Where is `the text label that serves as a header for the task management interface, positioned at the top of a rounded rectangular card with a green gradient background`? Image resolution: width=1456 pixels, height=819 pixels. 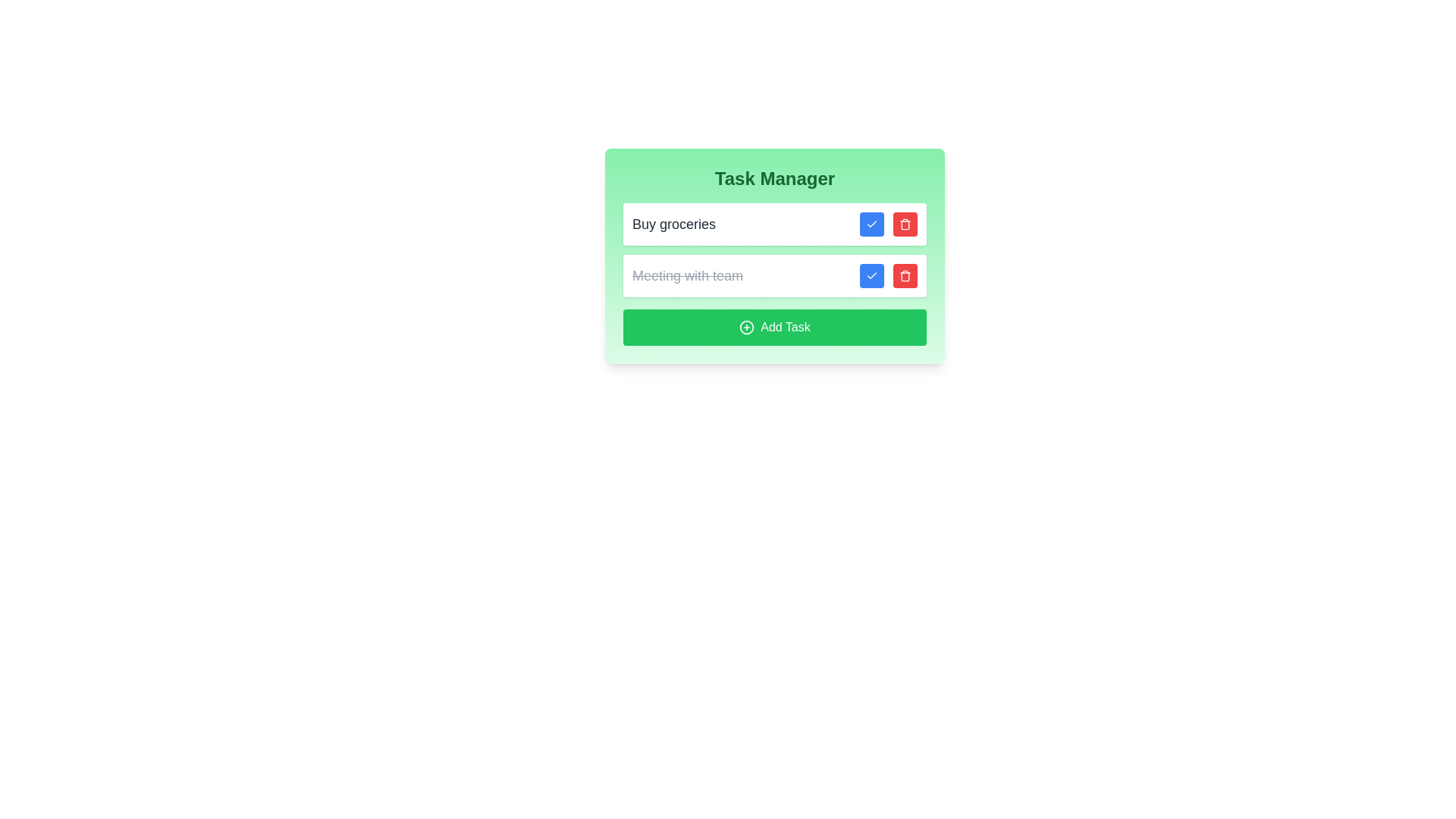 the text label that serves as a header for the task management interface, positioned at the top of a rounded rectangular card with a green gradient background is located at coordinates (775, 177).